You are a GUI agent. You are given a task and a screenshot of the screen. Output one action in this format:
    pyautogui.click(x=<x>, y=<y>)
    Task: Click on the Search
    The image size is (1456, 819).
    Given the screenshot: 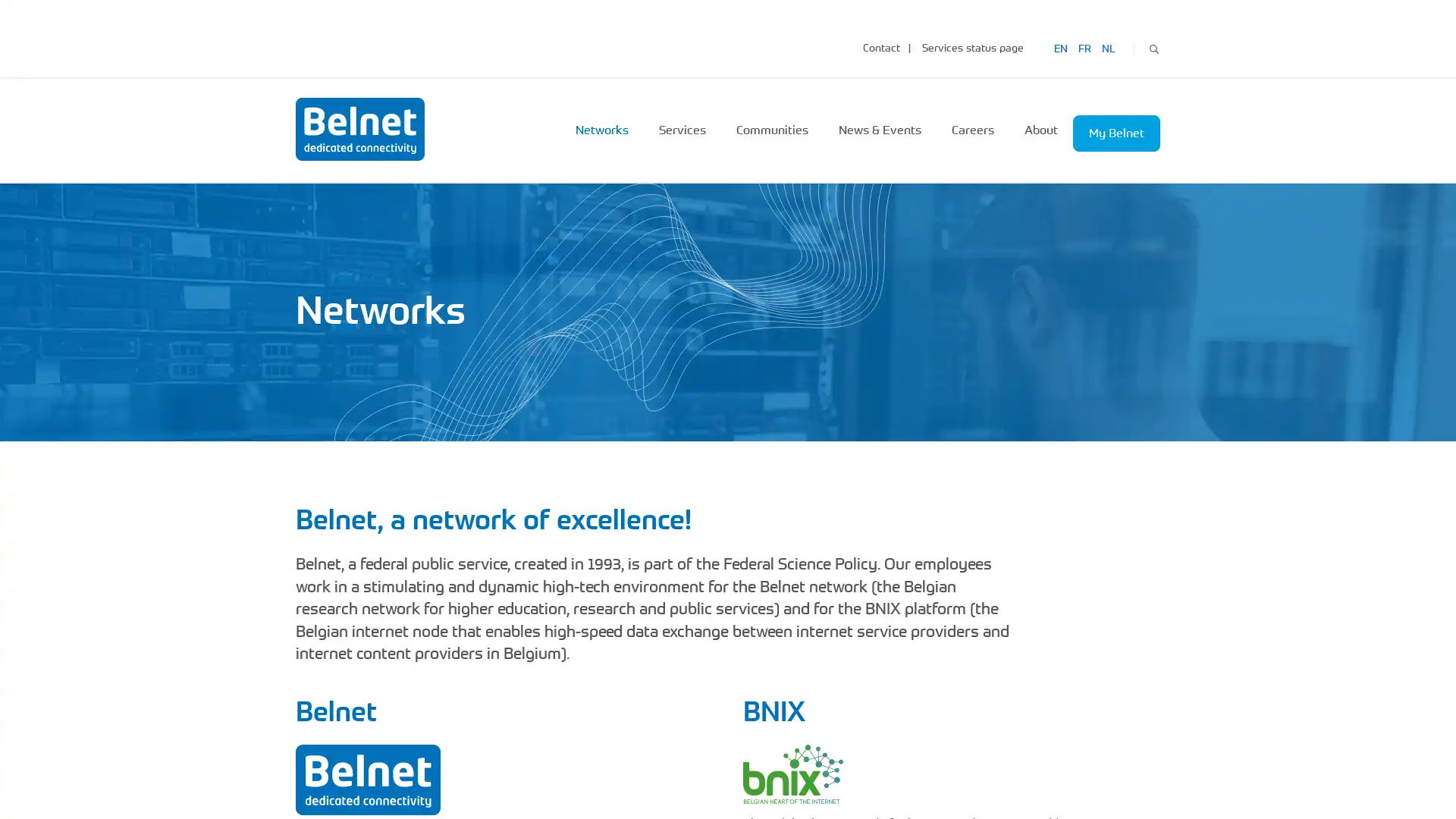 What is the action you would take?
    pyautogui.click(x=1153, y=46)
    